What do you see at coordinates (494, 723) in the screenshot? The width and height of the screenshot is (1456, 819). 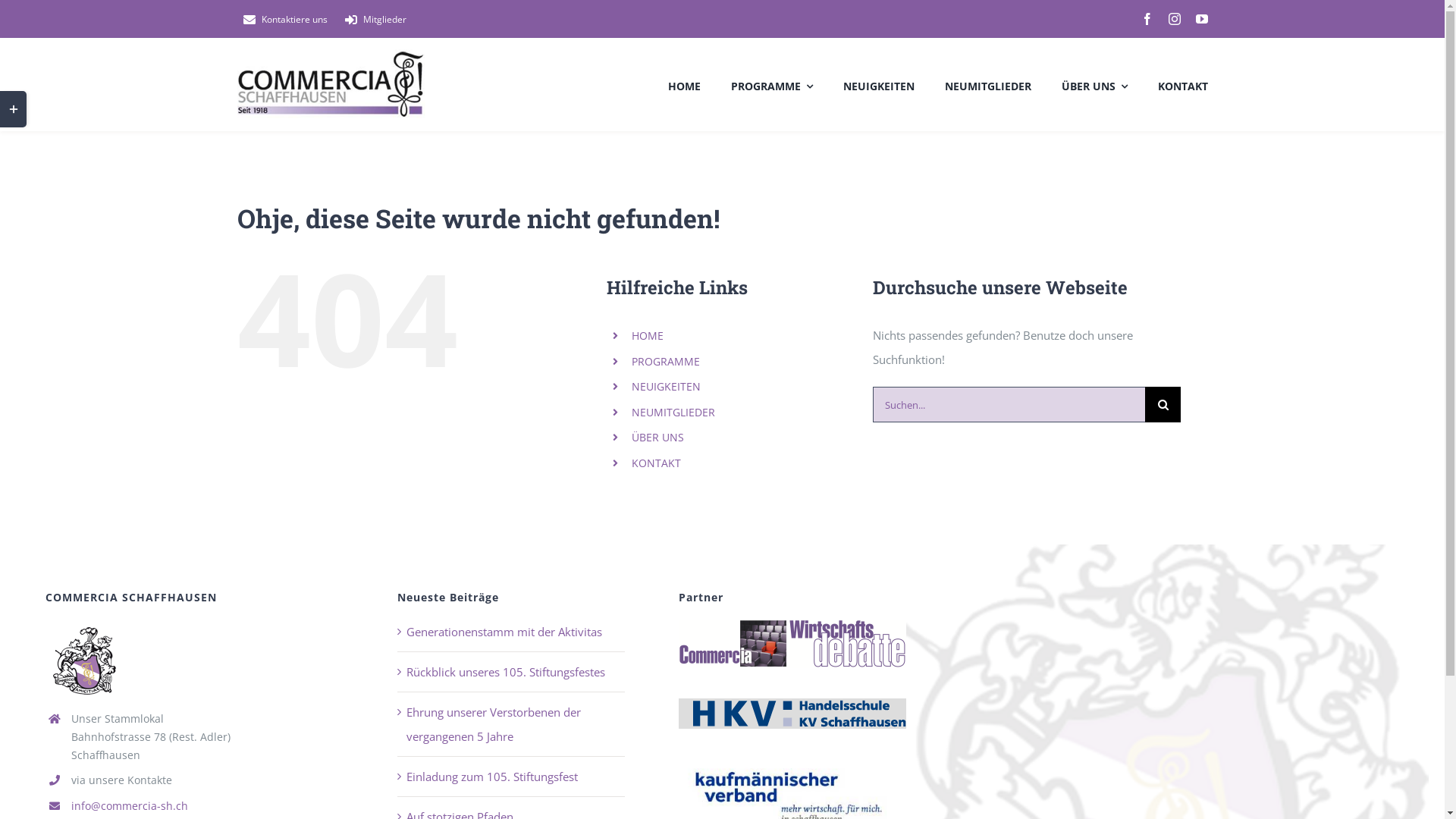 I see `'Ehrung unserer Verstorbenen der vergangenen 5 Jahre'` at bounding box center [494, 723].